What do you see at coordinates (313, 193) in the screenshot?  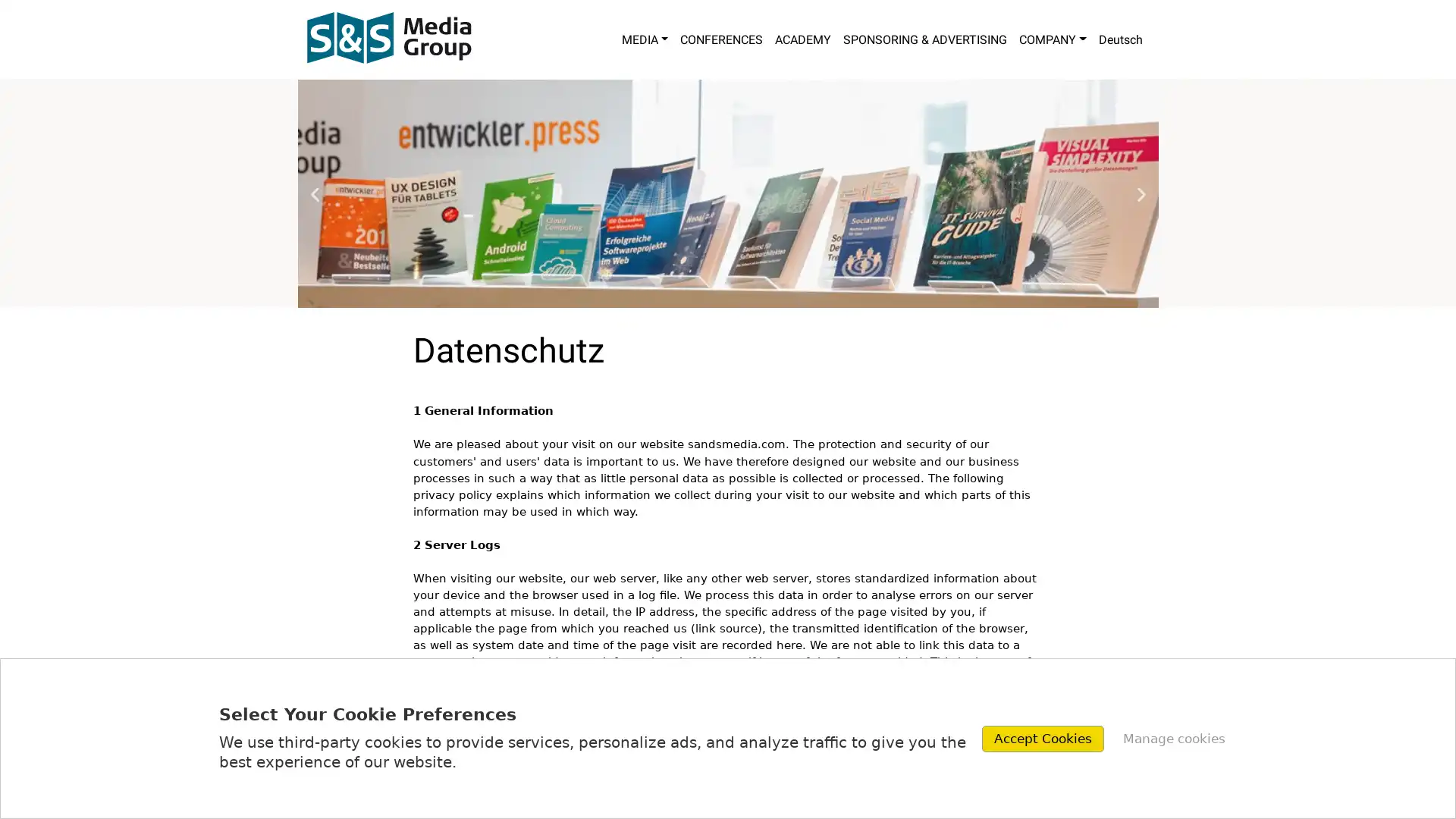 I see `Previous slide` at bounding box center [313, 193].